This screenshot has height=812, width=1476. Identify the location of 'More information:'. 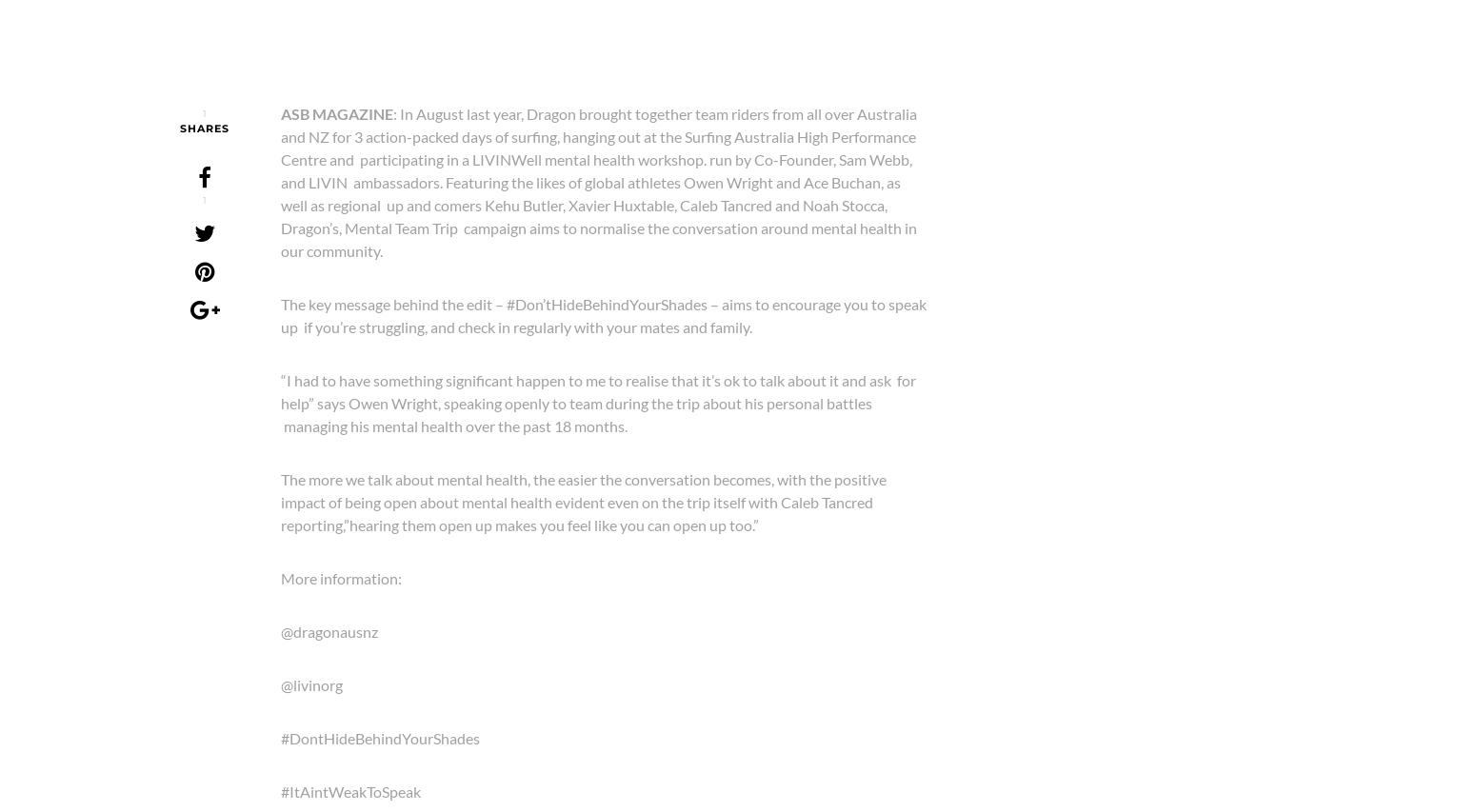
(340, 576).